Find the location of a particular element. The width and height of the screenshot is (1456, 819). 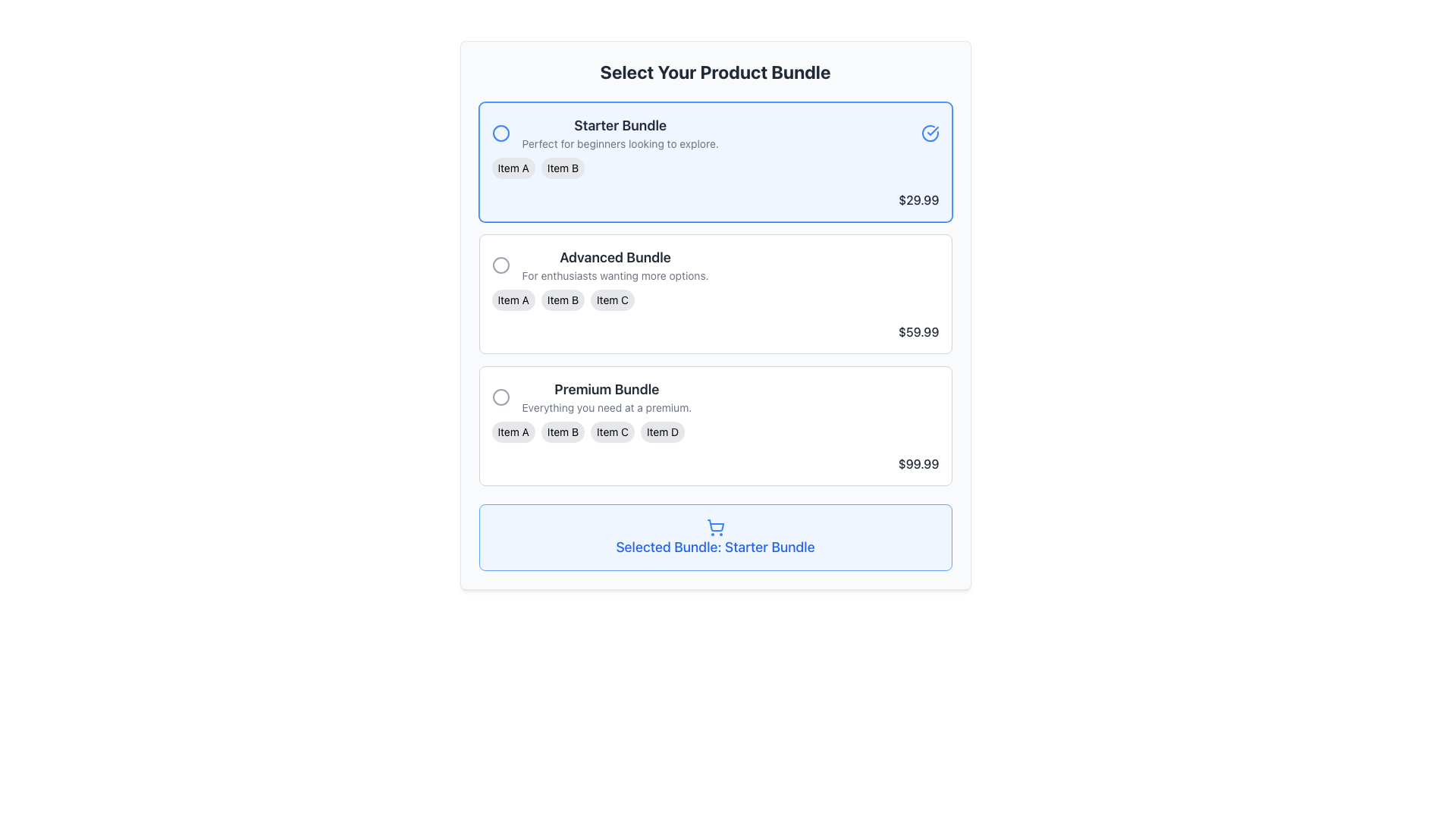

the circular SVG shape that serves as the Starter Bundle's indicator, outlined in blue and located in the Starter Bundle section is located at coordinates (500, 133).